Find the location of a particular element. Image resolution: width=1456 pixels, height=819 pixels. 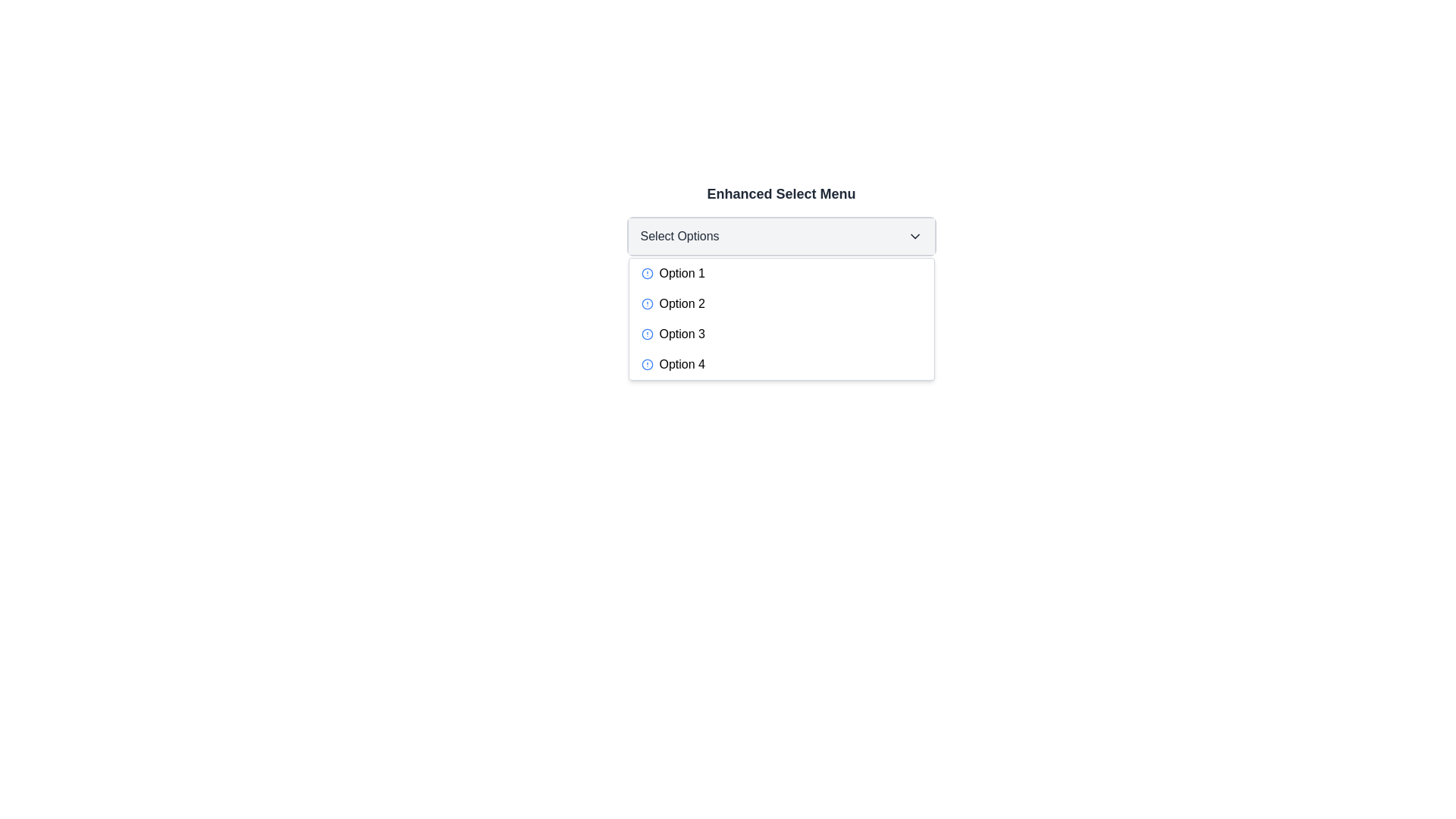

the fourth option in the dropdown menu is located at coordinates (781, 365).